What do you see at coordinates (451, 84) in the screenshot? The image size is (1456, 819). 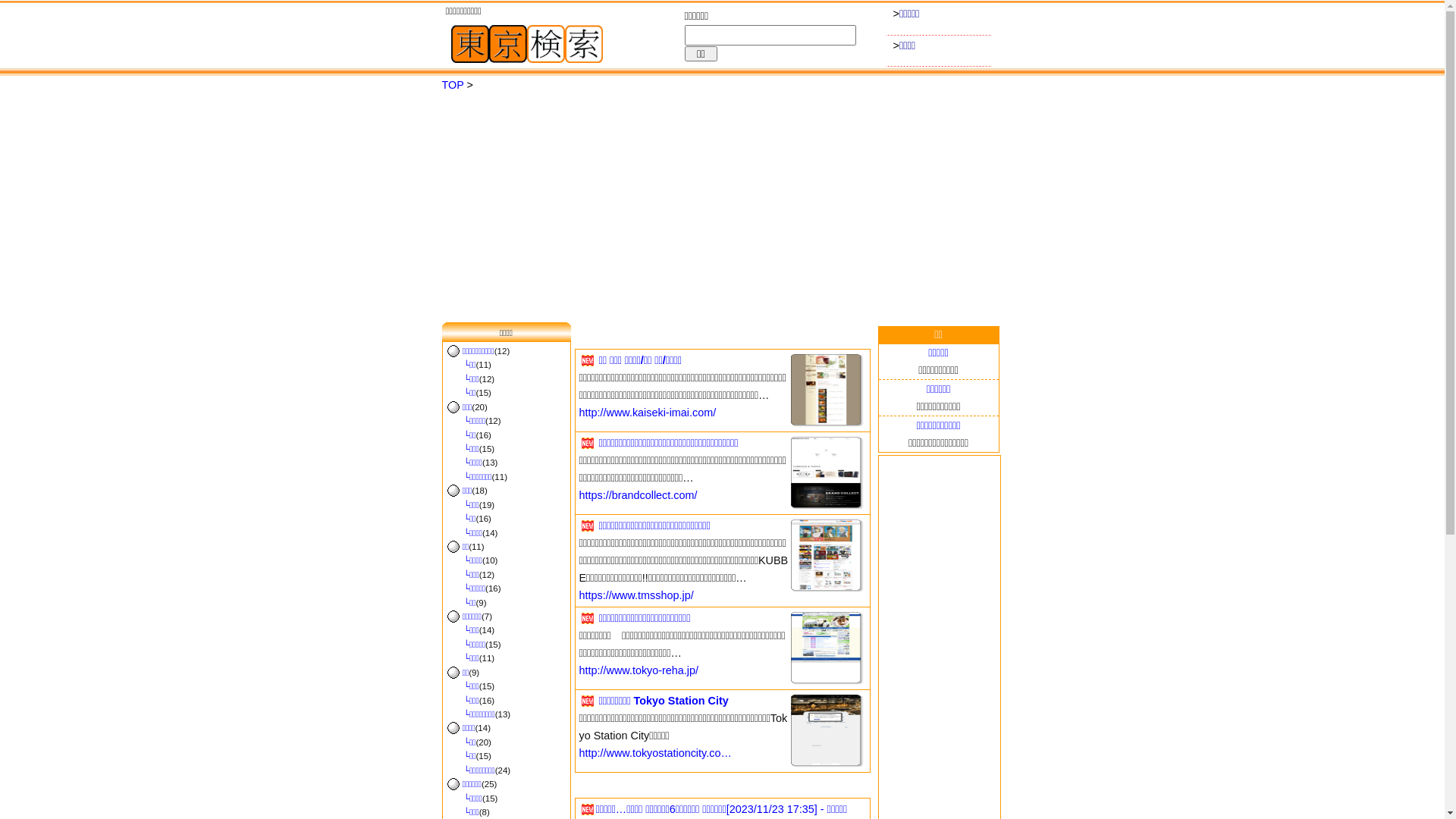 I see `'TOP'` at bounding box center [451, 84].